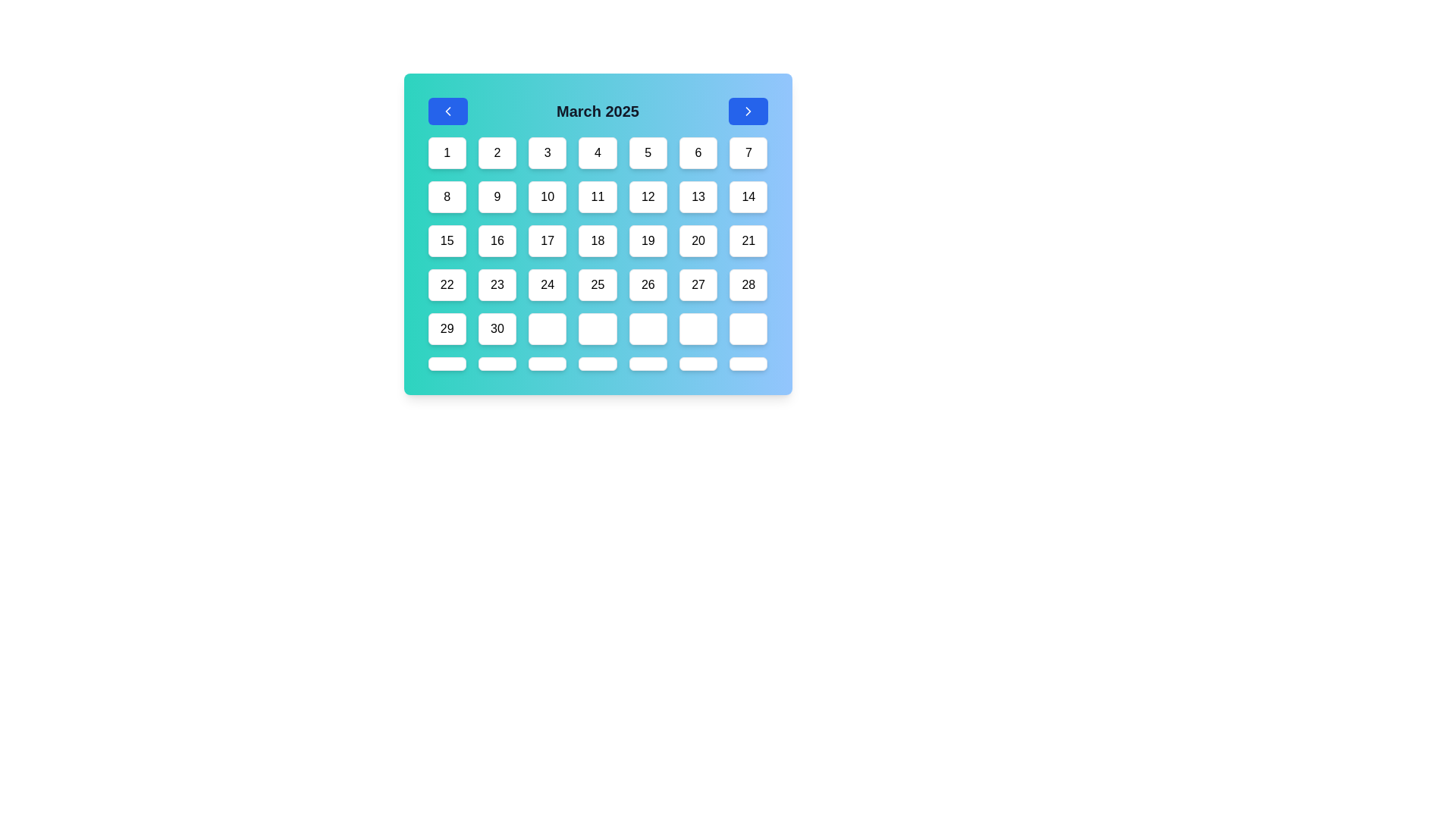  Describe the element at coordinates (497, 363) in the screenshot. I see `the static placeholder box located in the last row, second from the left of a grid, positioned below the cell containing '30'` at that location.